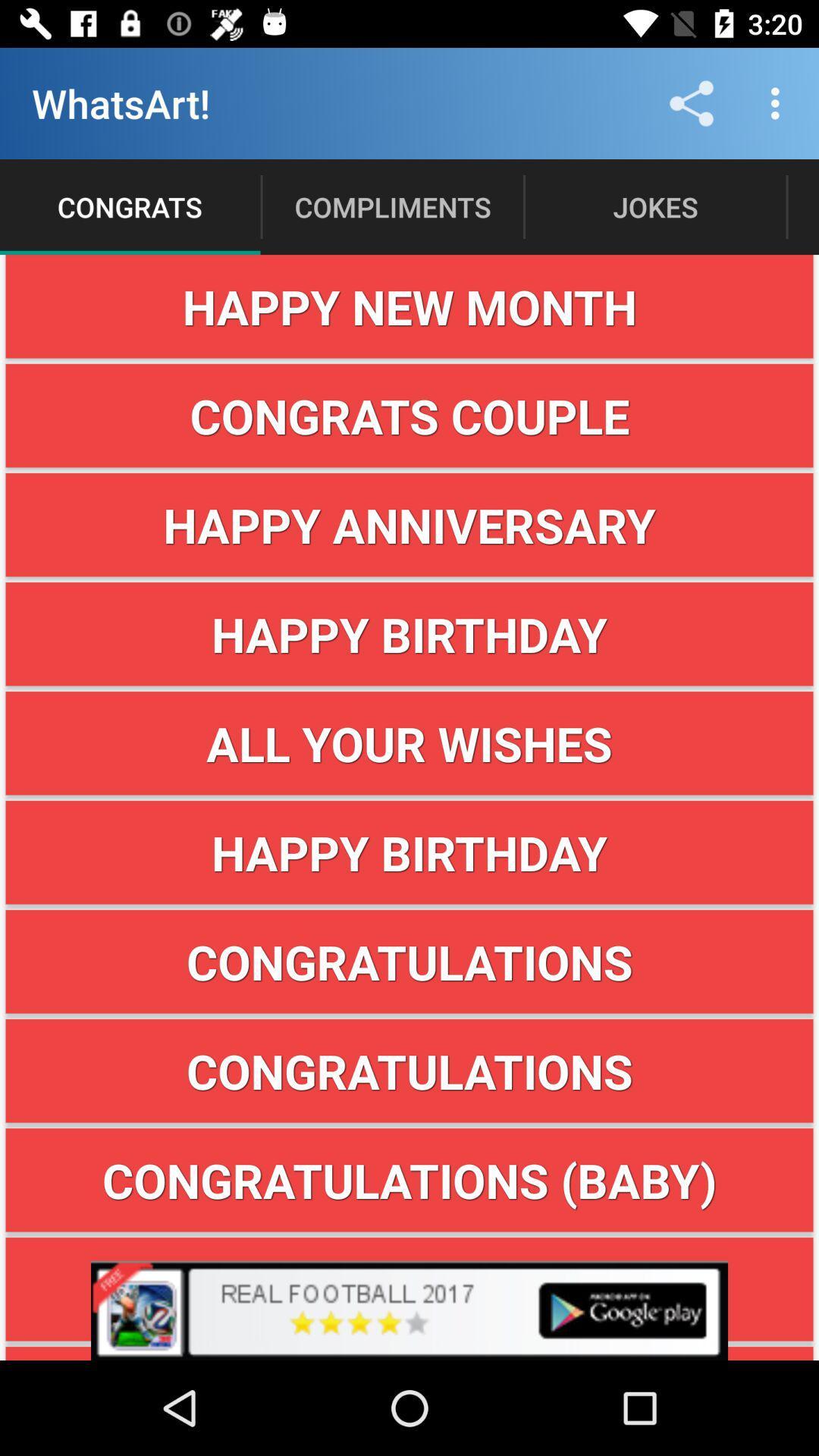 The image size is (819, 1456). What do you see at coordinates (409, 1288) in the screenshot?
I see `the icon above good for you! icon` at bounding box center [409, 1288].